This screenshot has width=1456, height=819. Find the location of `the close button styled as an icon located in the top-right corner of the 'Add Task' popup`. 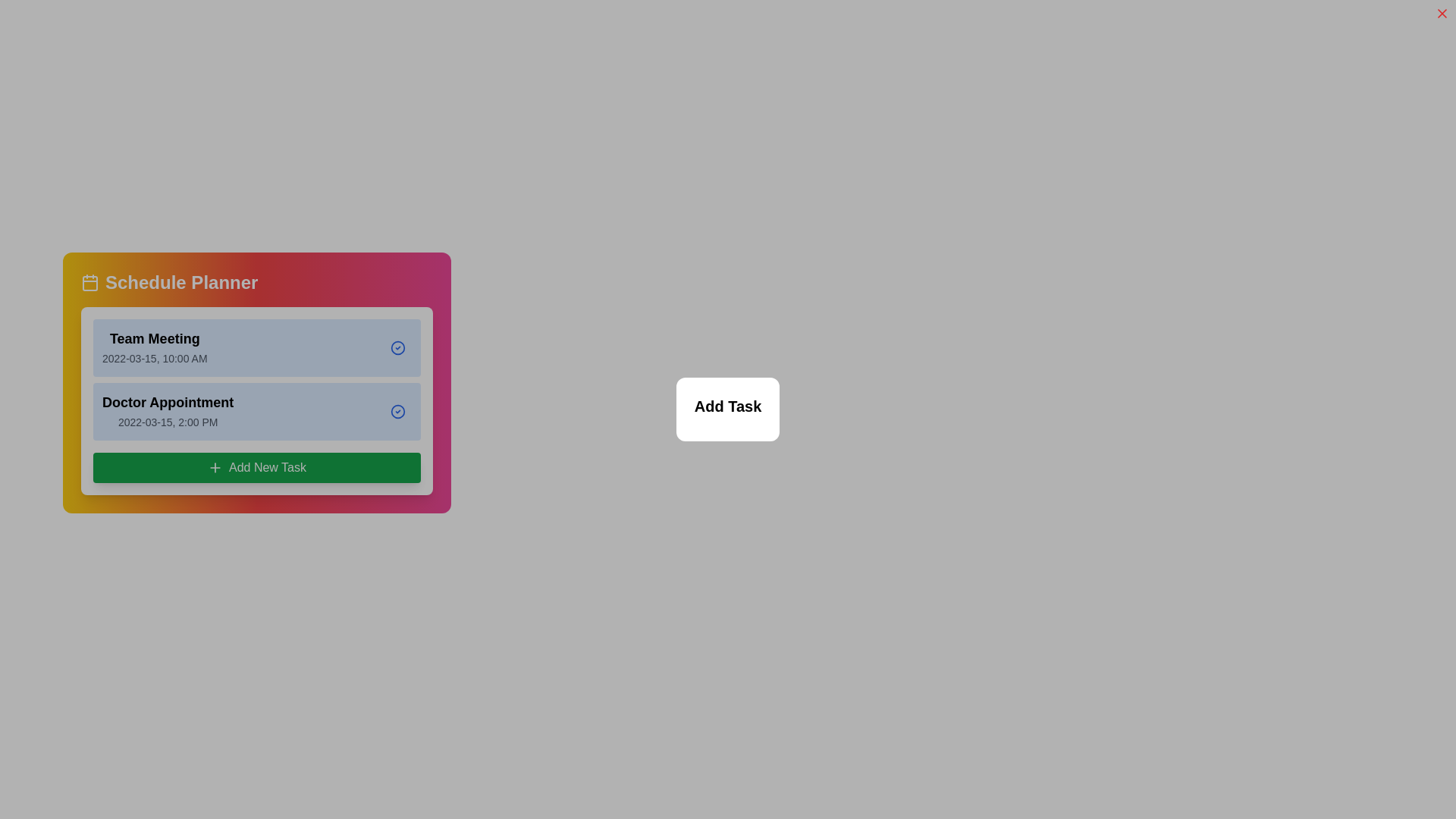

the close button styled as an icon located in the top-right corner of the 'Add Task' popup is located at coordinates (1441, 14).